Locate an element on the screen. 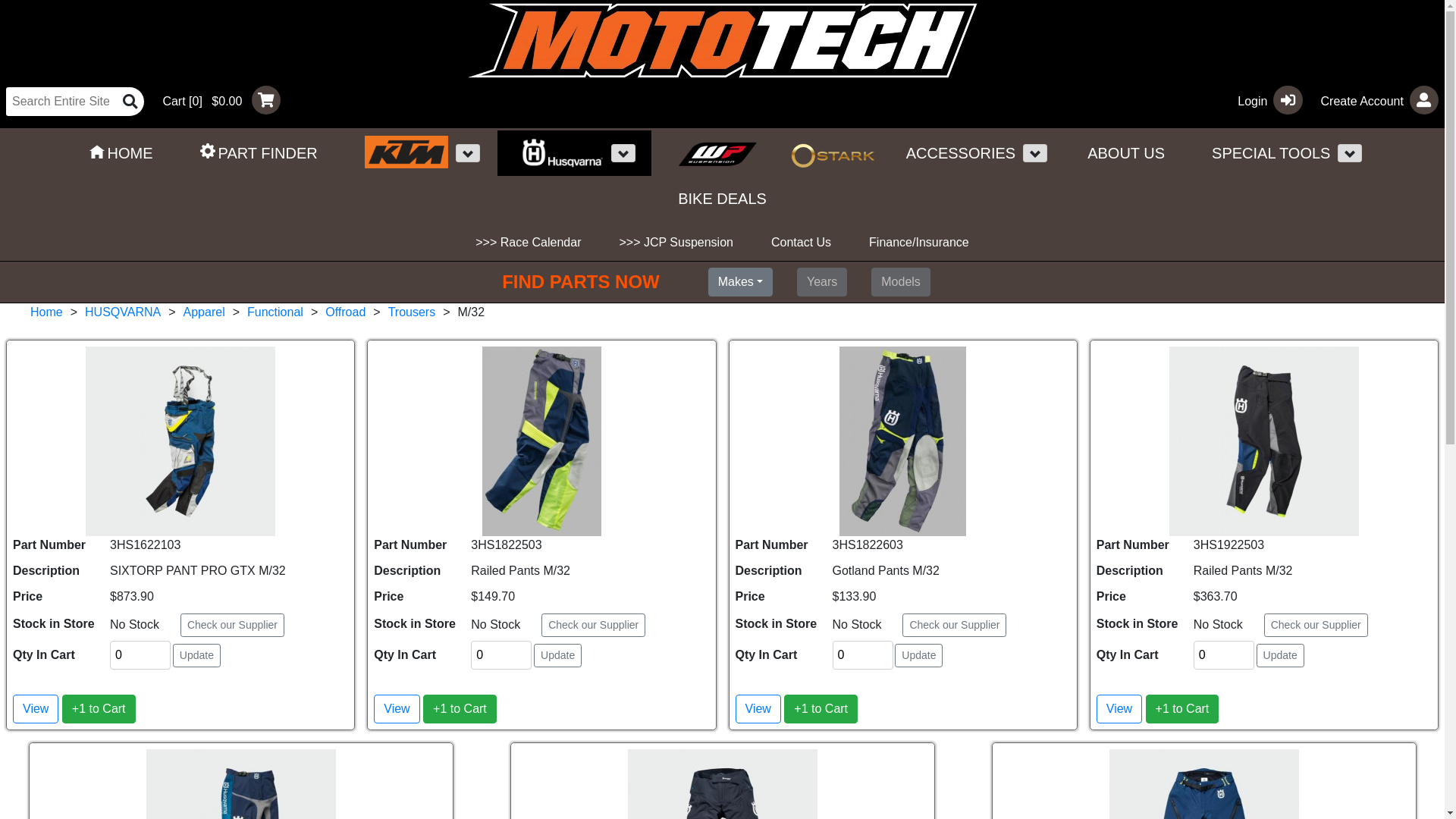 This screenshot has width=1456, height=819. 'Trousers' is located at coordinates (412, 311).